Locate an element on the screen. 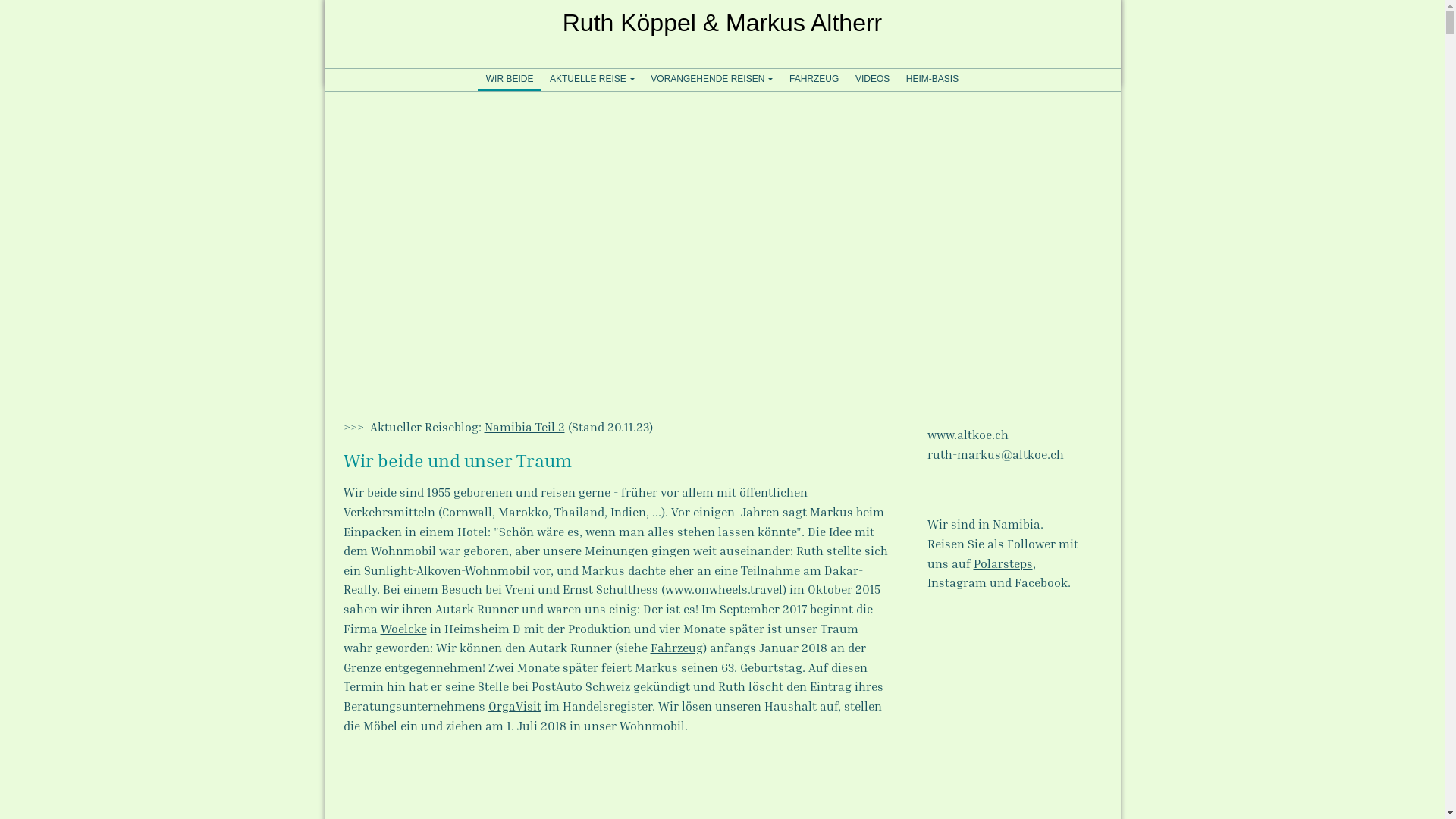 This screenshot has height=819, width=1456. 'Woelcke' is located at coordinates (381, 629).